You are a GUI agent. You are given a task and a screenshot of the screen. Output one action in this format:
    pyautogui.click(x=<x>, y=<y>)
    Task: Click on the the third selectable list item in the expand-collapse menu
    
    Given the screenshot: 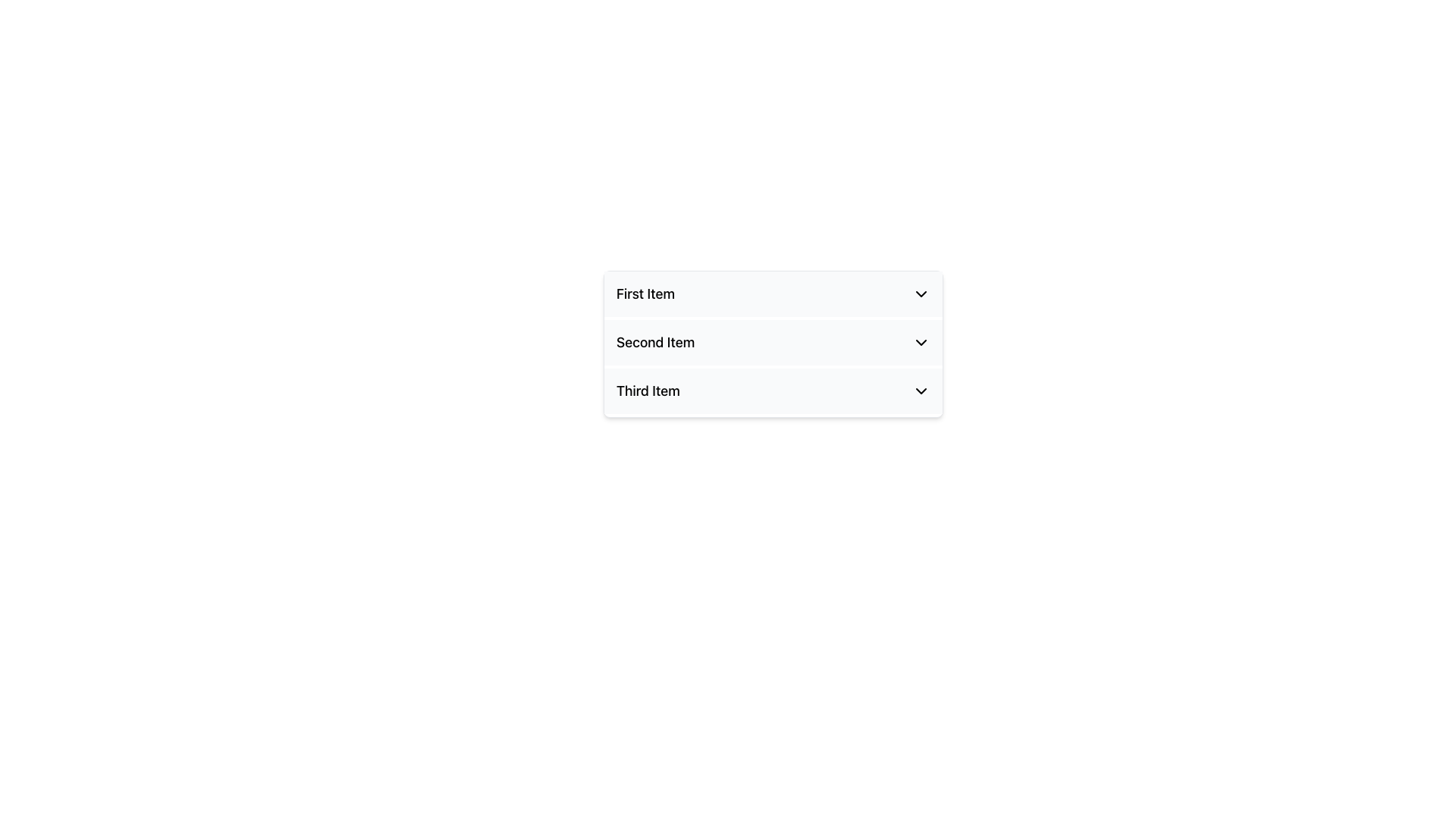 What is the action you would take?
    pyautogui.click(x=773, y=391)
    